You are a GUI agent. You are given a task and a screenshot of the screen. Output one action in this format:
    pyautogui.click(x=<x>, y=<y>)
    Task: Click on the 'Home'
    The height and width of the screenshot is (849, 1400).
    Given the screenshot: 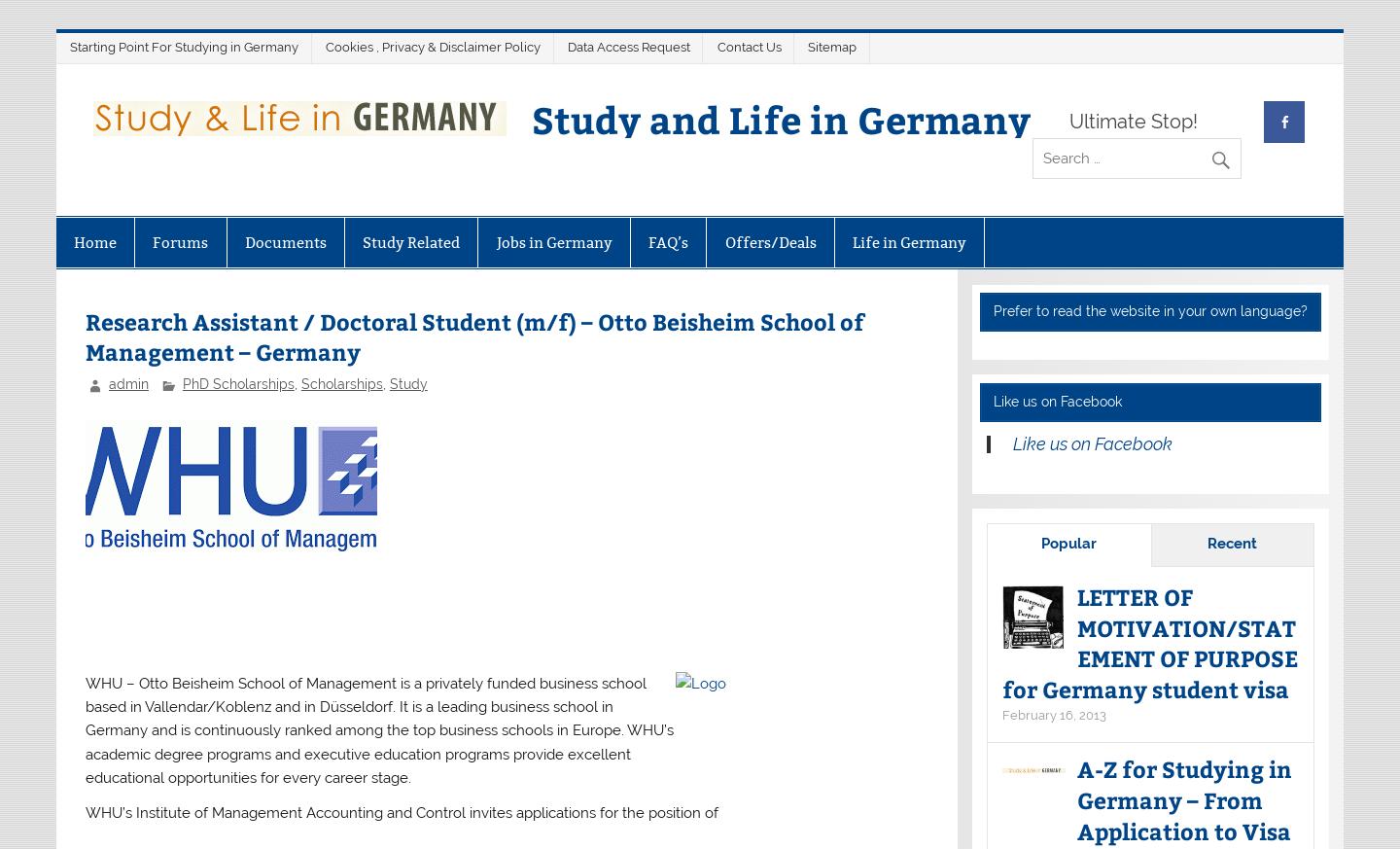 What is the action you would take?
    pyautogui.click(x=94, y=240)
    